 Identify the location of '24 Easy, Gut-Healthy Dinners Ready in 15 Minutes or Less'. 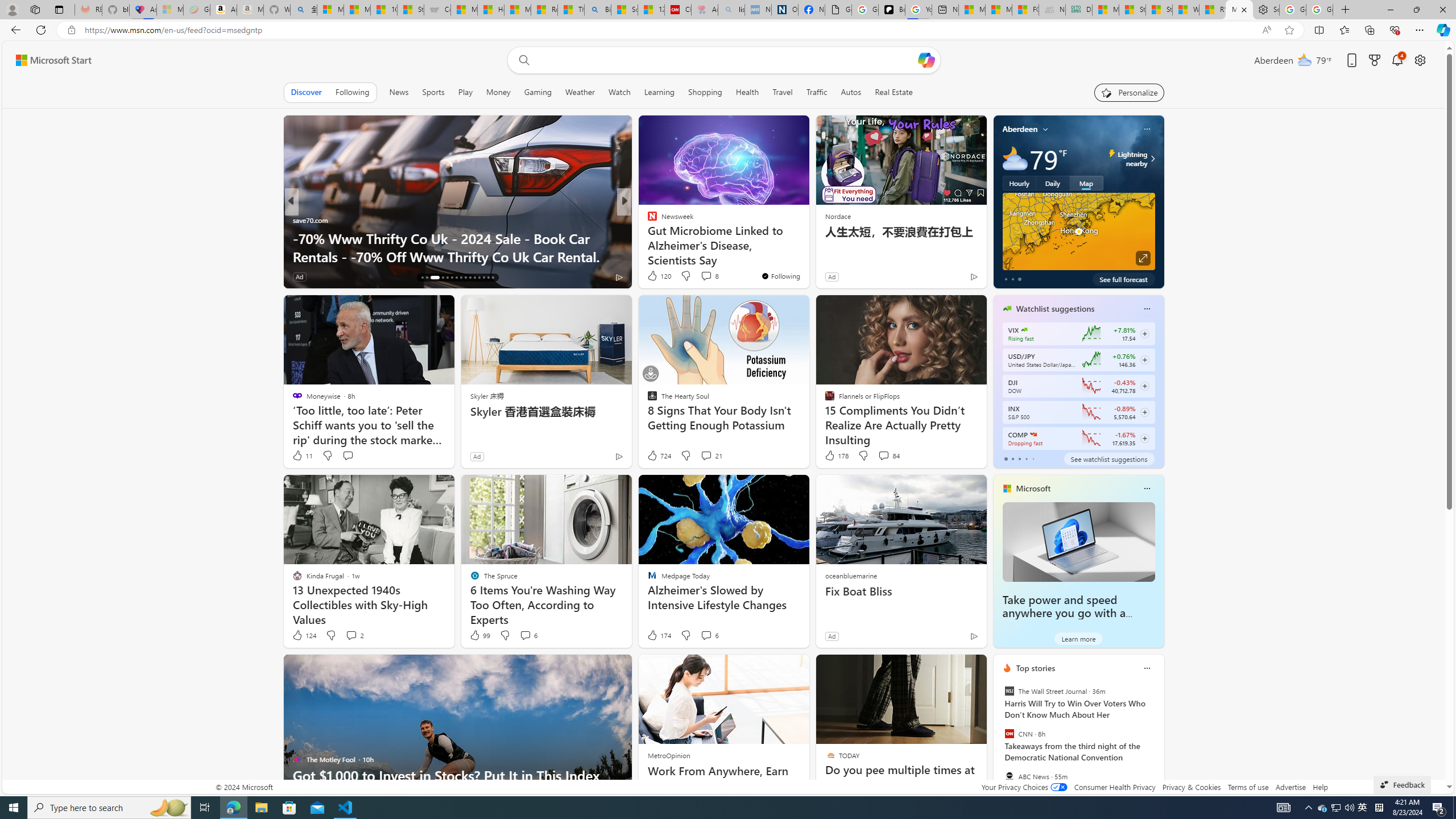
(806, 246).